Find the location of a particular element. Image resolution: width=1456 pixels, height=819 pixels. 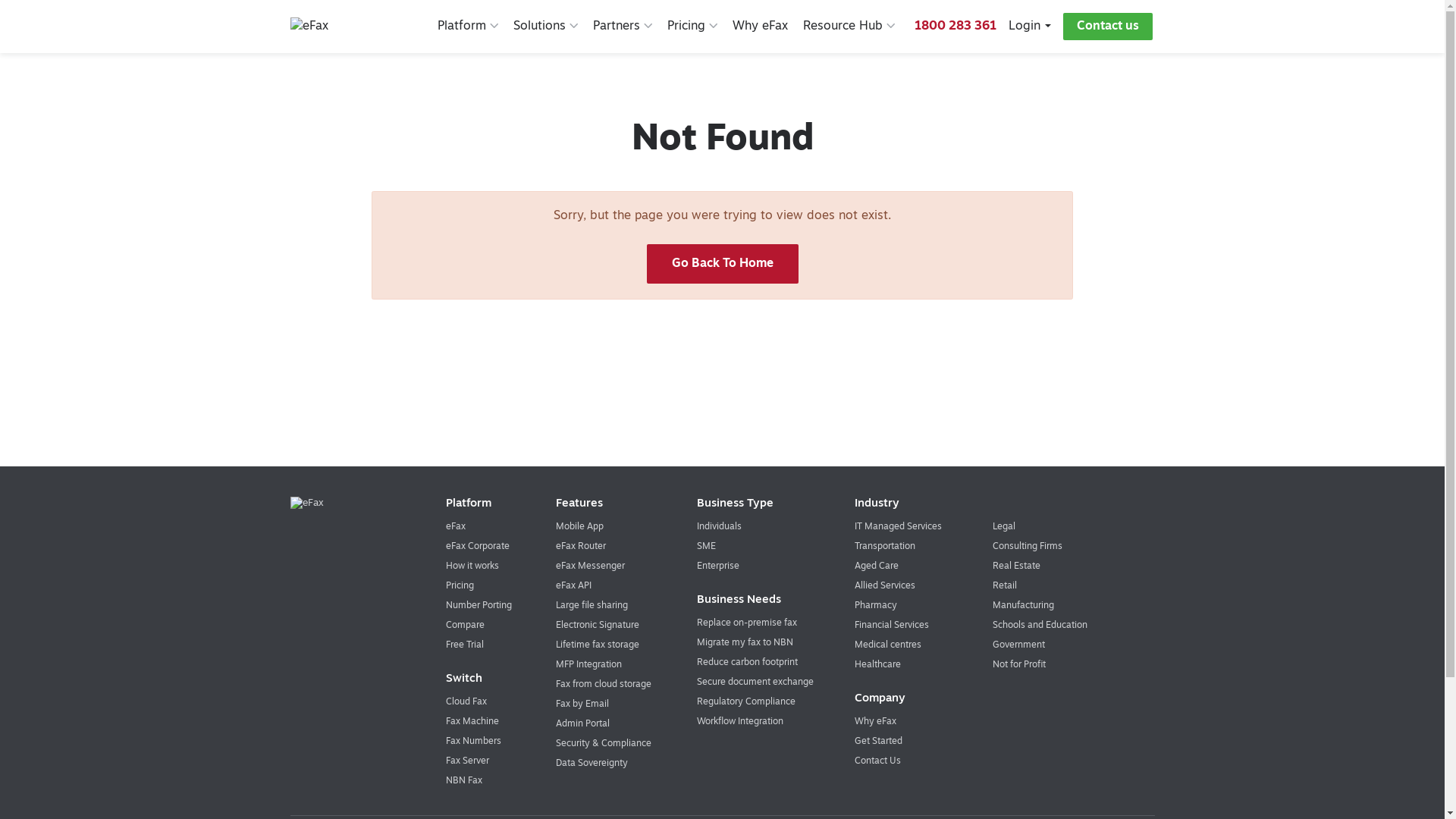

'Cloud Fax' is located at coordinates (465, 701).